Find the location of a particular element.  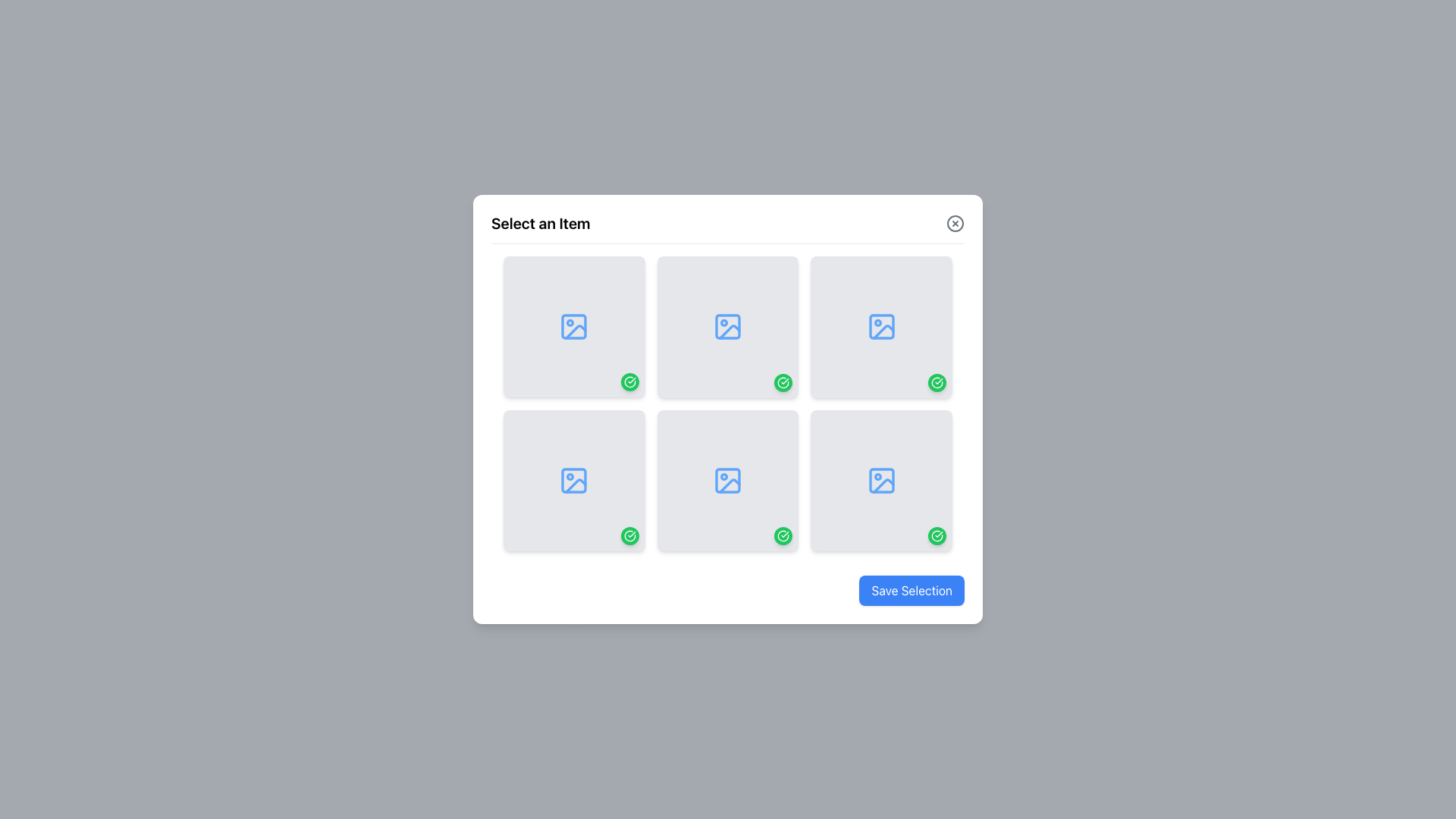

the small rounded rectangle located in the upper-left section of the graphical icon resembling an image to trigger hover states is located at coordinates (573, 480).